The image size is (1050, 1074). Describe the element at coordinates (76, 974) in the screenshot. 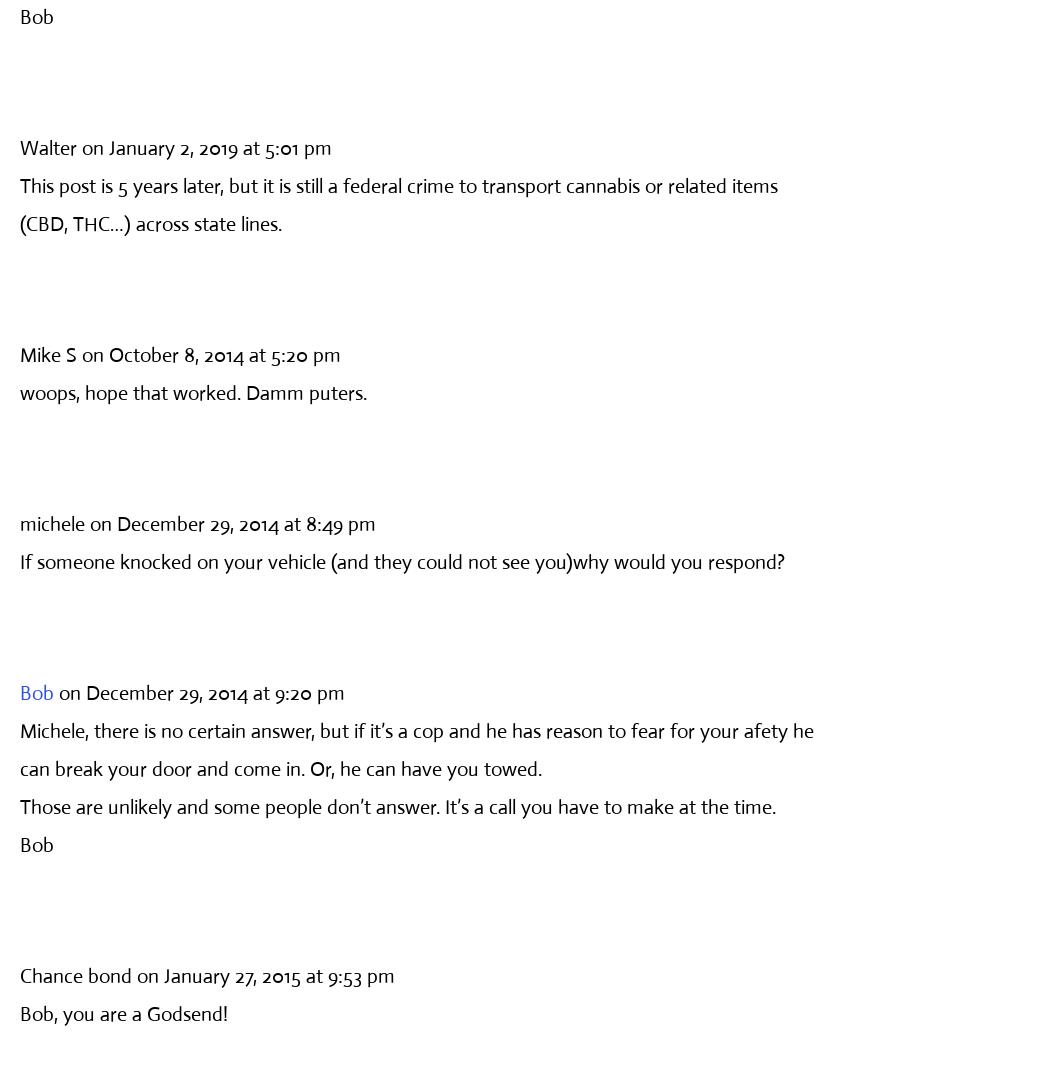

I see `'Chance bond'` at that location.